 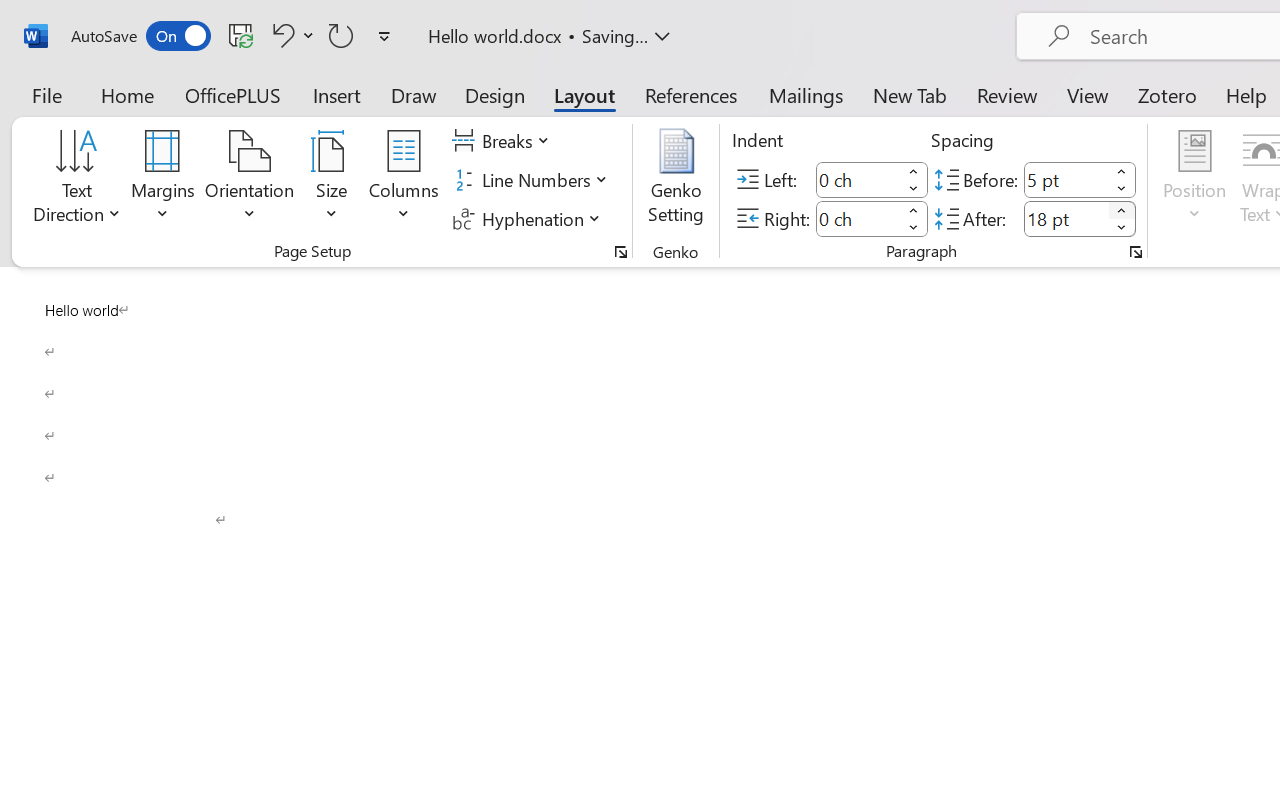 What do you see at coordinates (620, 251) in the screenshot?
I see `'Page Setup...'` at bounding box center [620, 251].